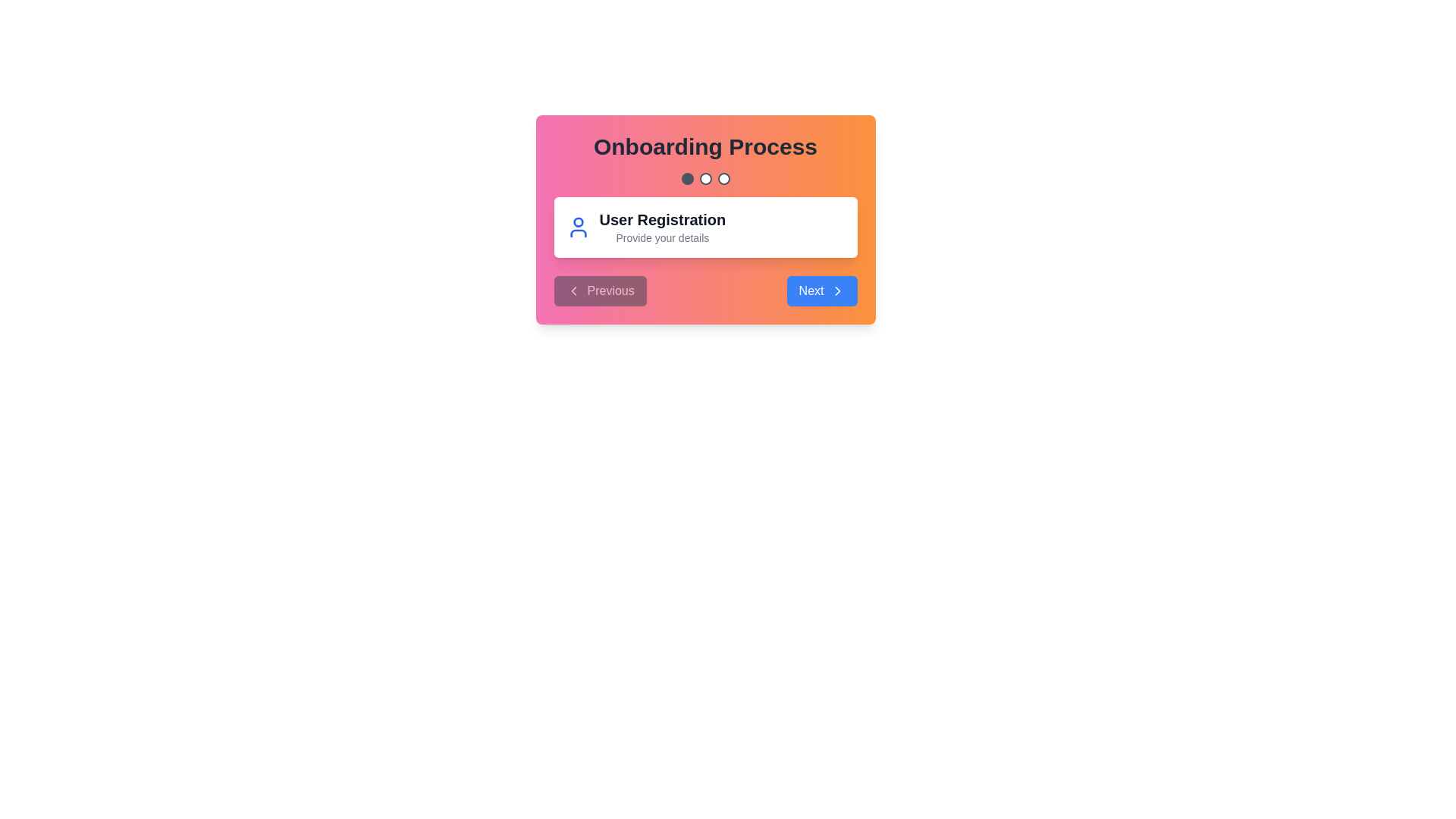 This screenshot has width=1456, height=819. What do you see at coordinates (573, 291) in the screenshot?
I see `the 'Previous' button which contains a left-pointing chevron icon styled with a thin outline and rounded edges, located at the bottom left of the modal` at bounding box center [573, 291].